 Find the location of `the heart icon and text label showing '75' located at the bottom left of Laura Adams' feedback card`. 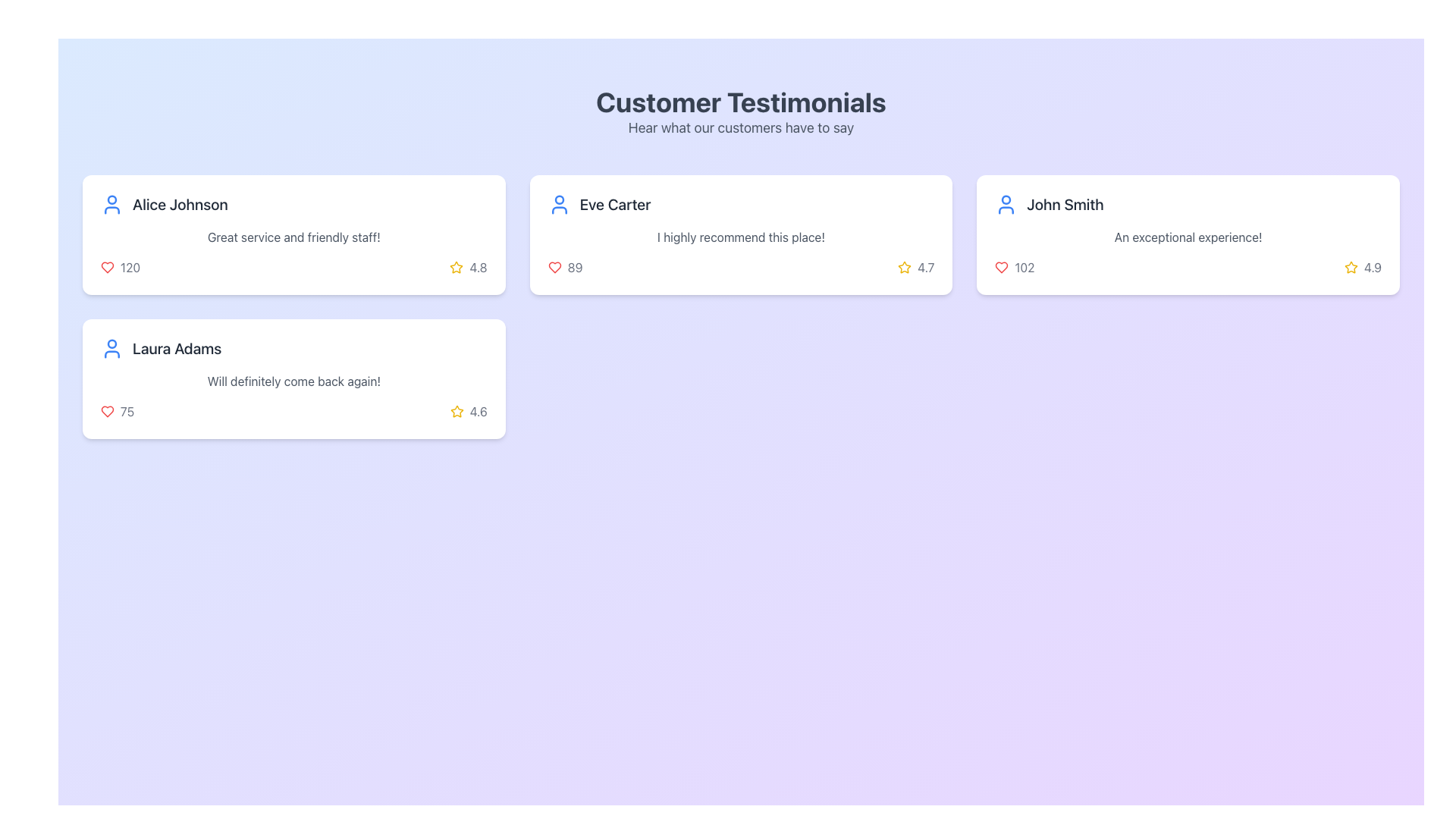

the heart icon and text label showing '75' located at the bottom left of Laura Adams' feedback card is located at coordinates (117, 412).